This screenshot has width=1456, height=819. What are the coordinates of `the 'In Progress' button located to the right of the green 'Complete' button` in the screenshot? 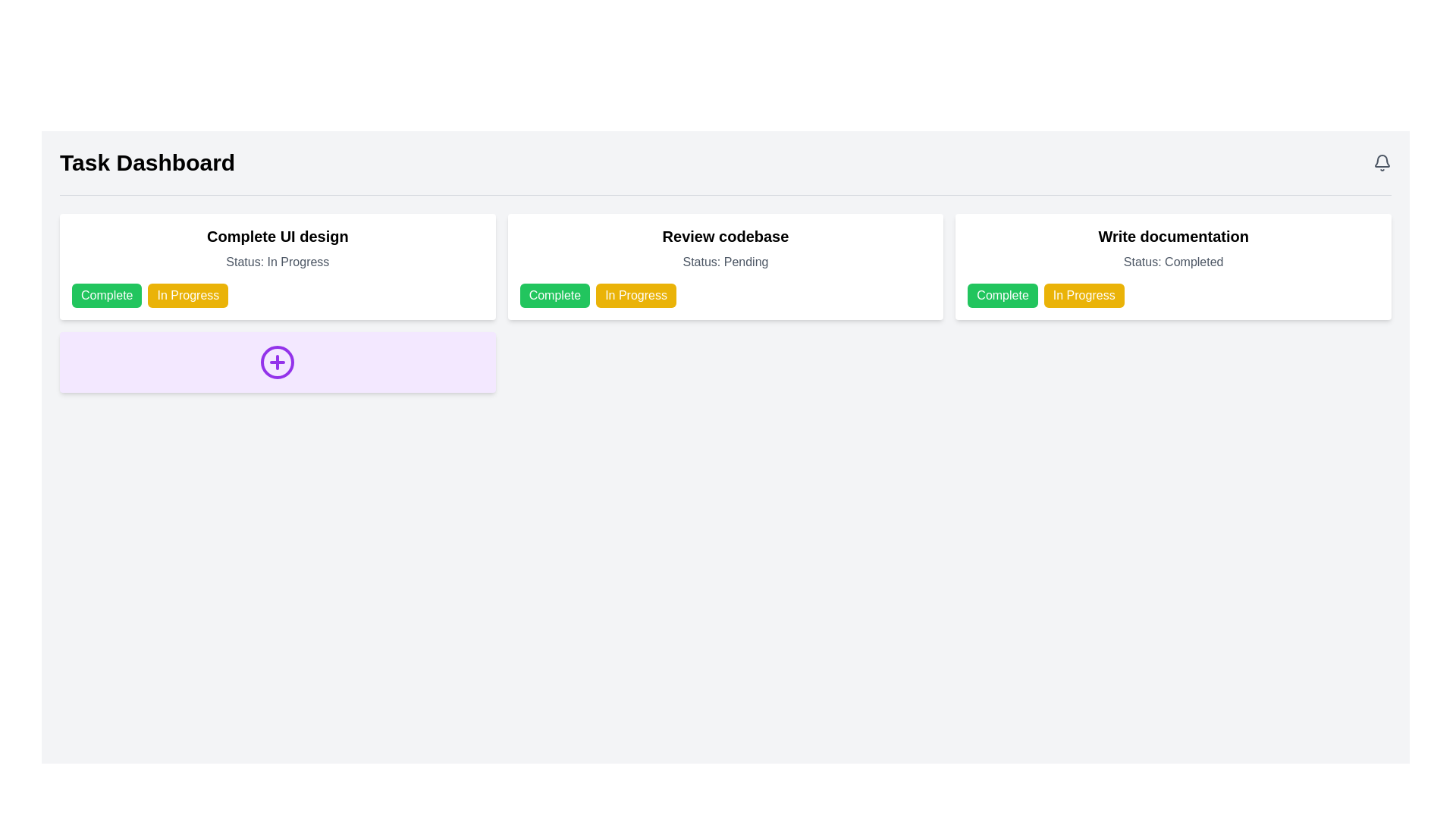 It's located at (1083, 295).